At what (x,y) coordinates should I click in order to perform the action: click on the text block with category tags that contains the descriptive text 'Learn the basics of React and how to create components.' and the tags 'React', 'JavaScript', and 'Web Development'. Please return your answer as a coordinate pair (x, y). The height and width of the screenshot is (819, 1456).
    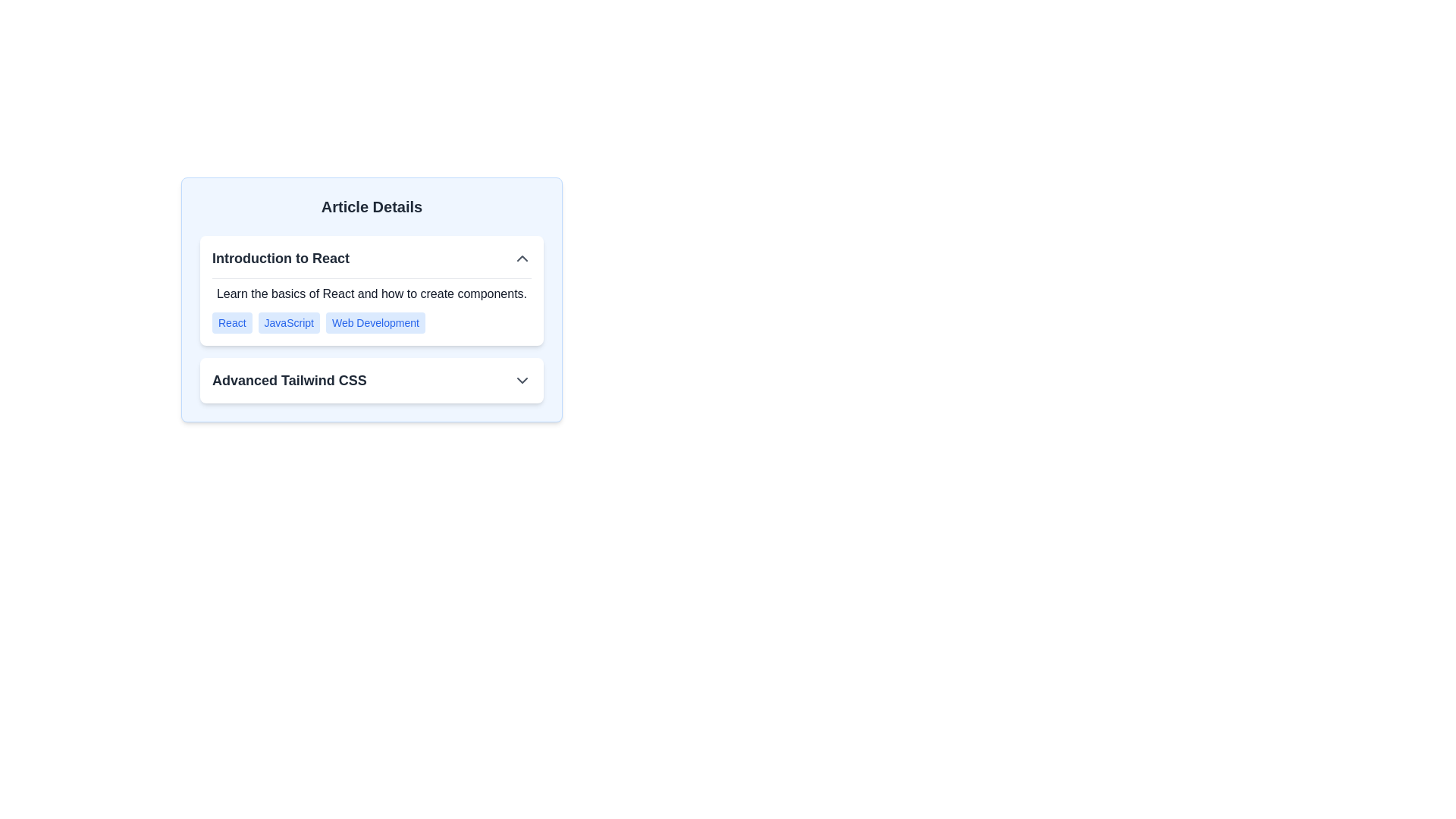
    Looking at the image, I should click on (372, 306).